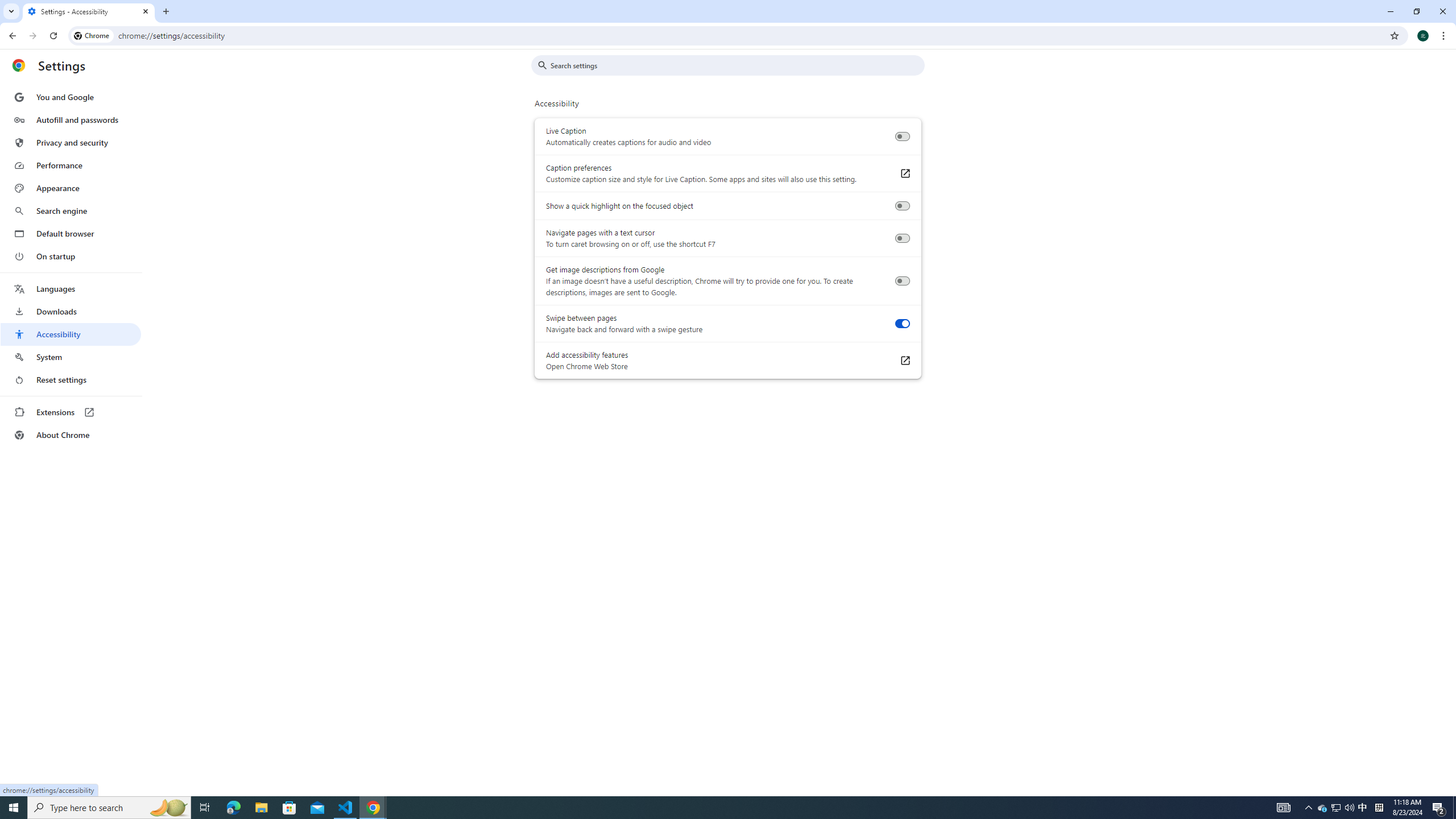  What do you see at coordinates (70, 311) in the screenshot?
I see `'Downloads'` at bounding box center [70, 311].